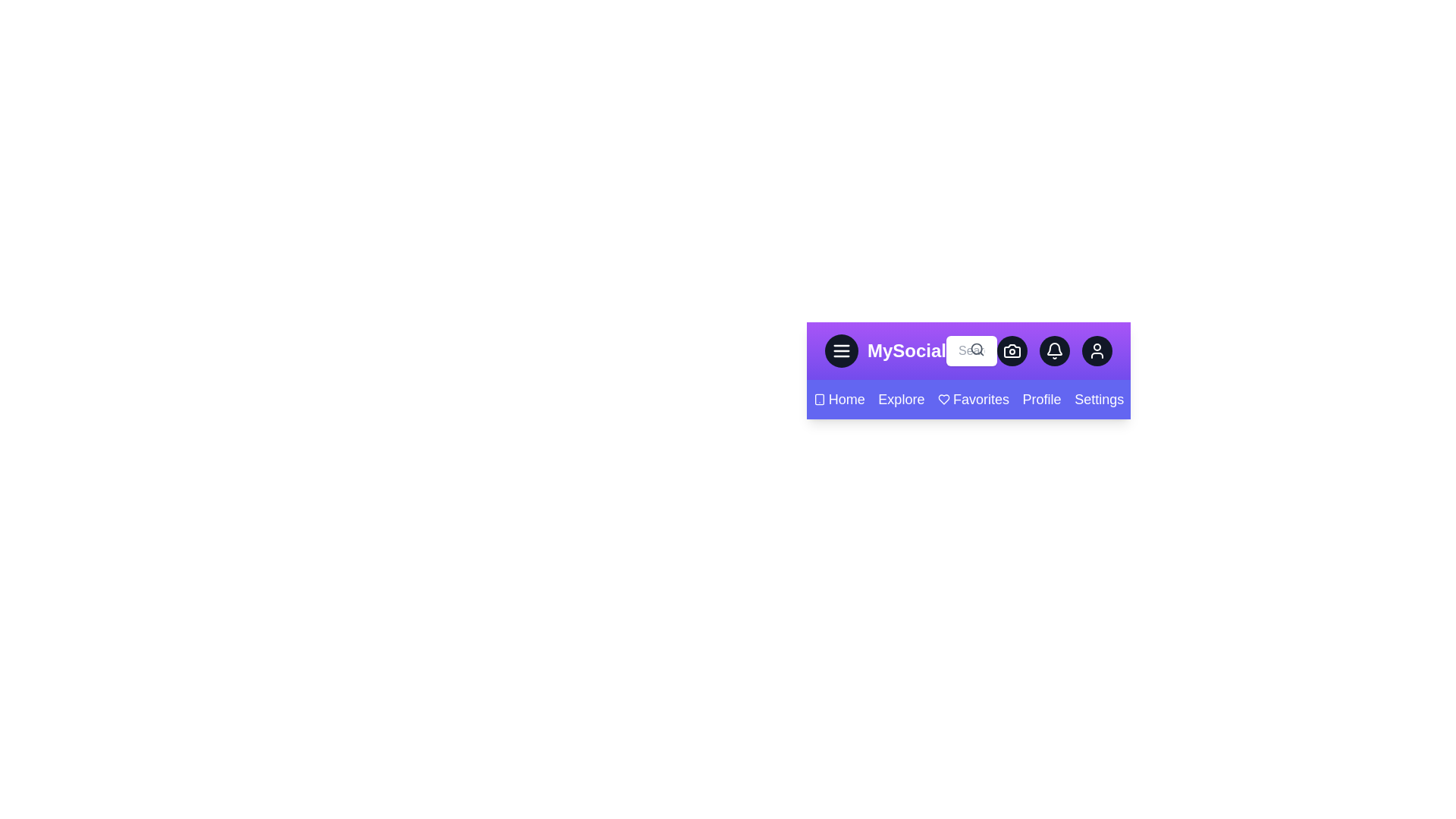 The image size is (1456, 819). What do you see at coordinates (840, 350) in the screenshot?
I see `the menu button to toggle the navigation menu` at bounding box center [840, 350].